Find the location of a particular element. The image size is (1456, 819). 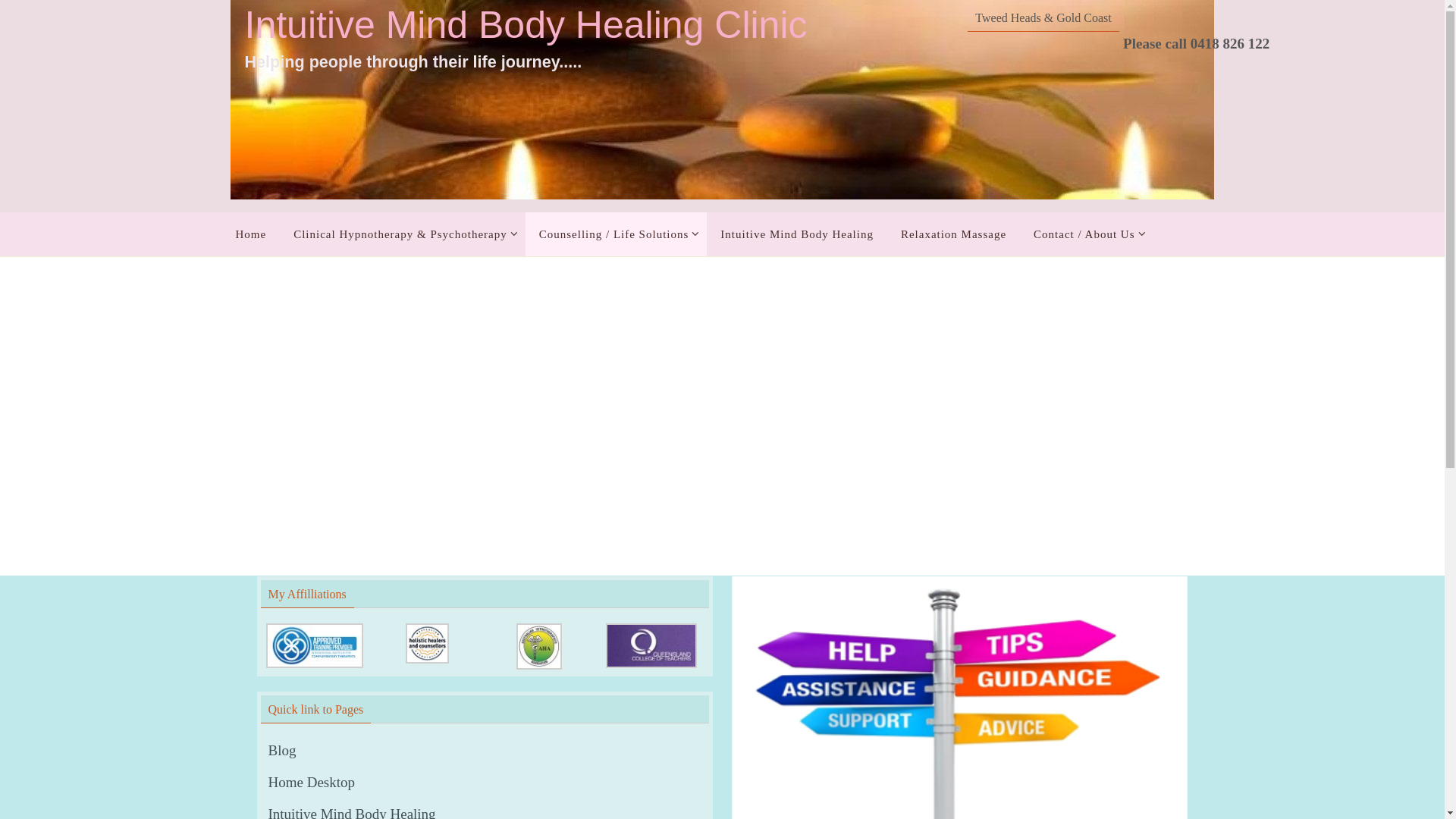

'Home Desktop' is located at coordinates (311, 783).